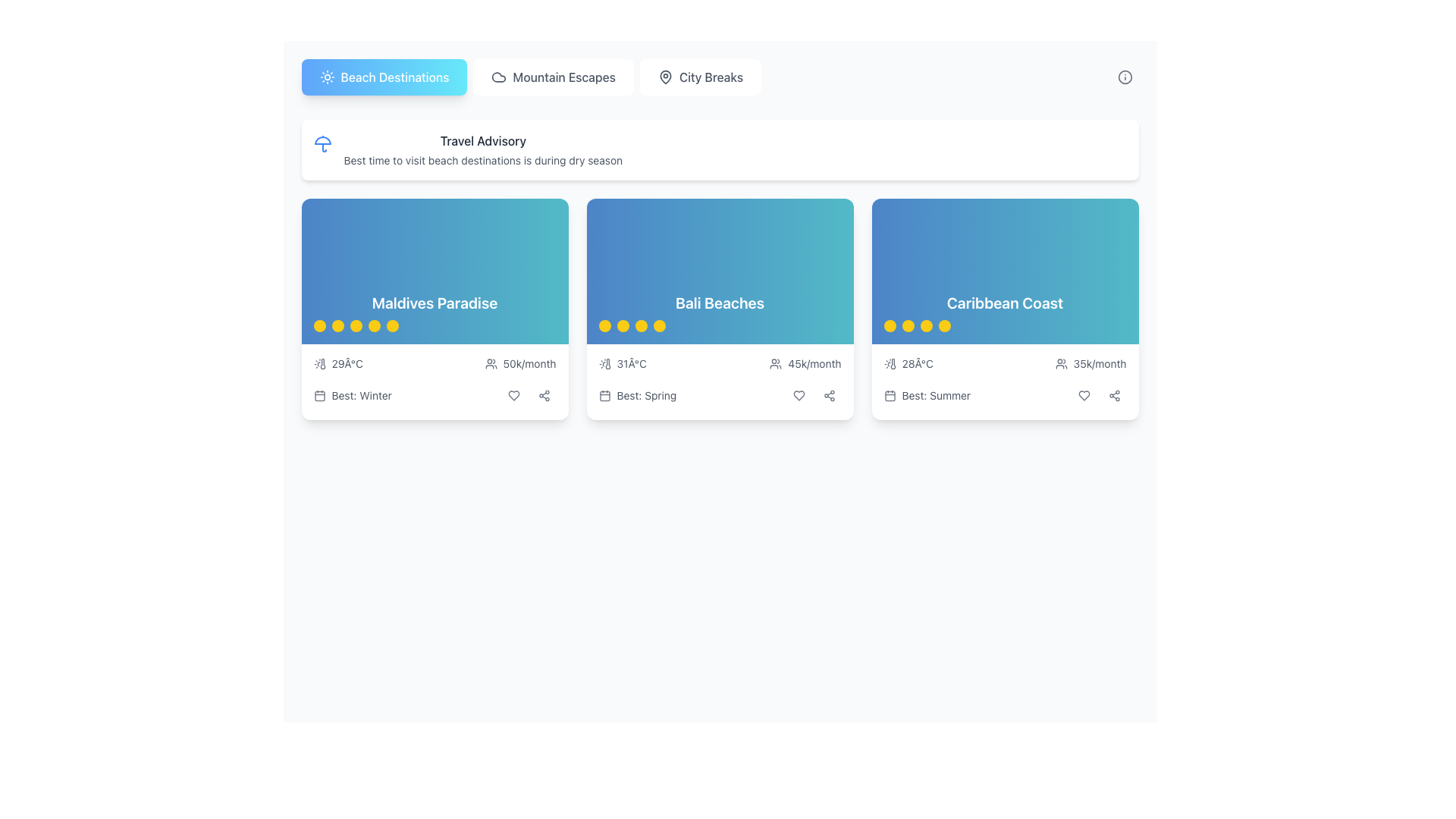  Describe the element at coordinates (318, 395) in the screenshot. I see `the main rectangular area inside the calendar icon located below the 'Best' text in the card for 'Maldives Paradise.'` at that location.